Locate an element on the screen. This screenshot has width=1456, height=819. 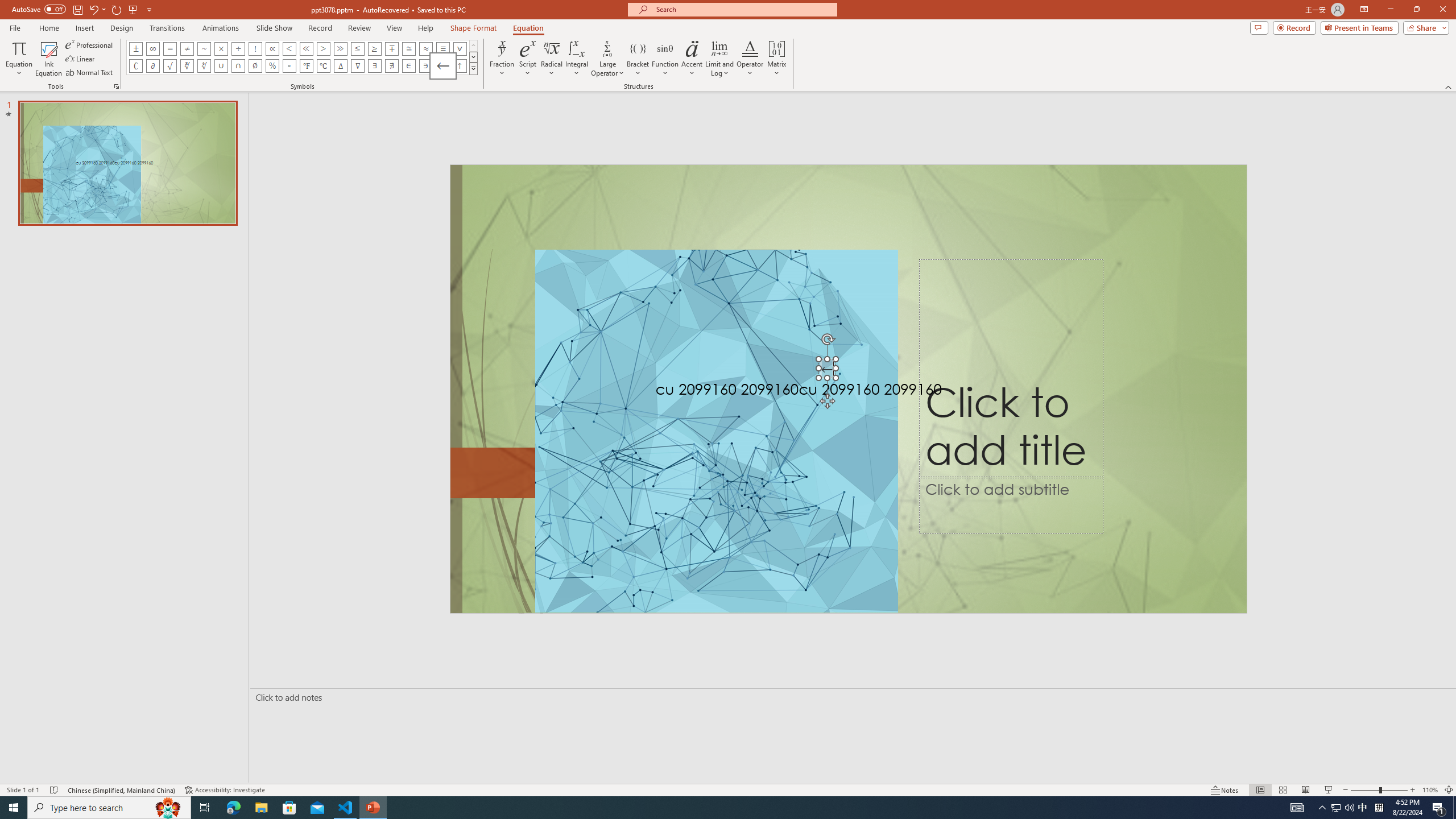
'Fraction' is located at coordinates (502, 59).